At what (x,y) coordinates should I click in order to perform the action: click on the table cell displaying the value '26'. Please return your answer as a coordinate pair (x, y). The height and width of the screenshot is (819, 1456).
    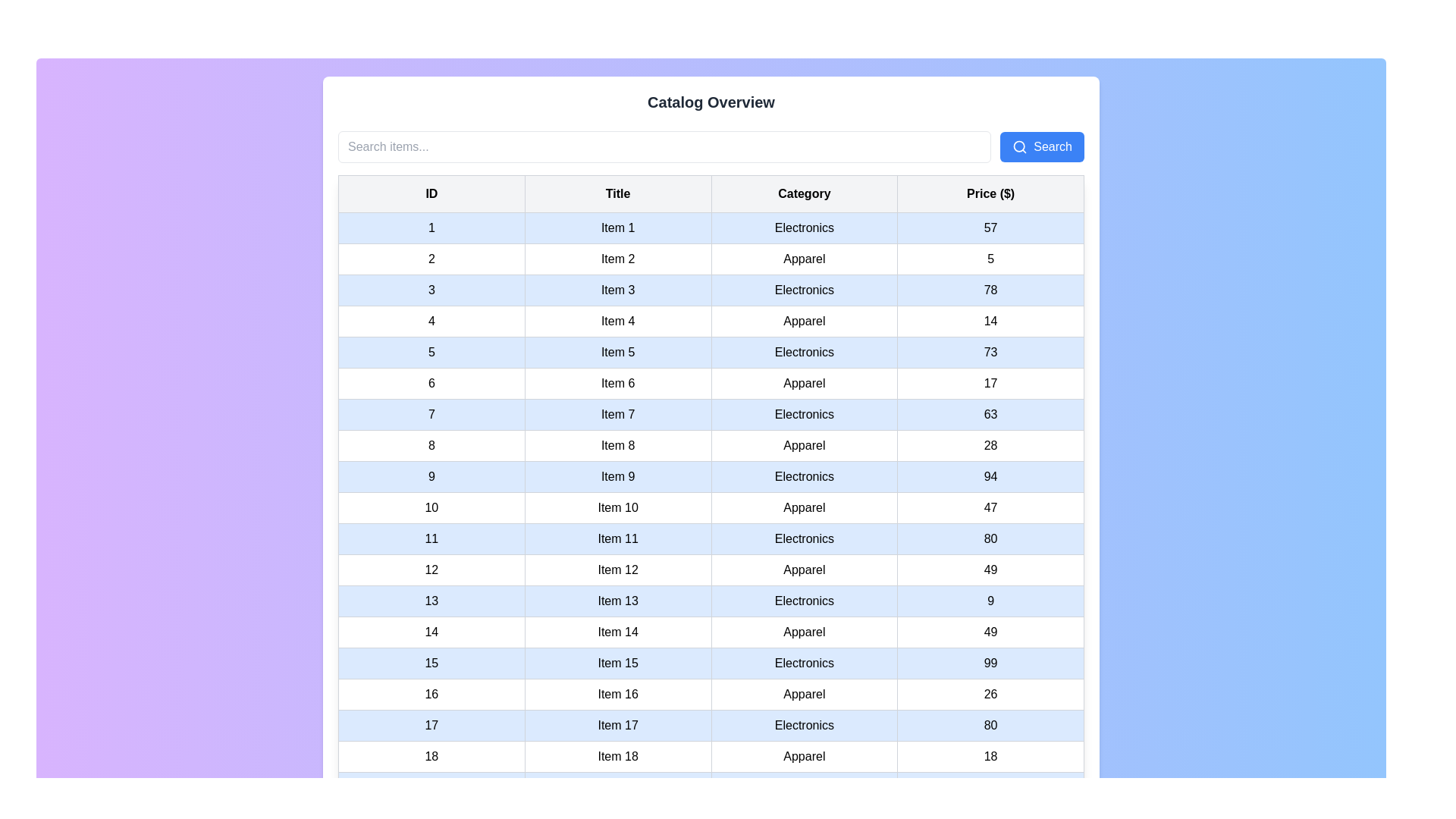
    Looking at the image, I should click on (990, 694).